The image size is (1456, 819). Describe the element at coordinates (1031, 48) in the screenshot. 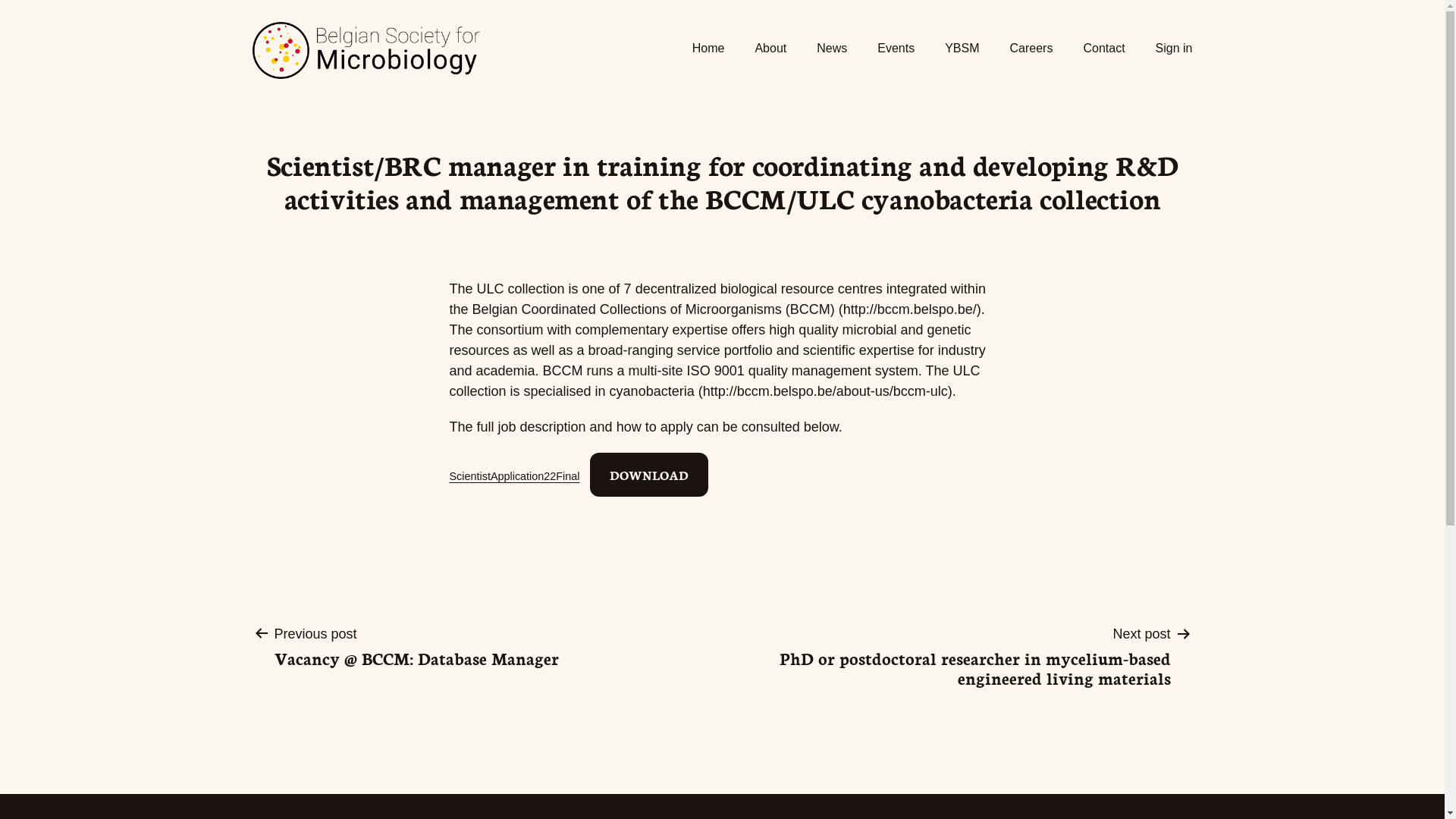

I see `'Careers'` at that location.